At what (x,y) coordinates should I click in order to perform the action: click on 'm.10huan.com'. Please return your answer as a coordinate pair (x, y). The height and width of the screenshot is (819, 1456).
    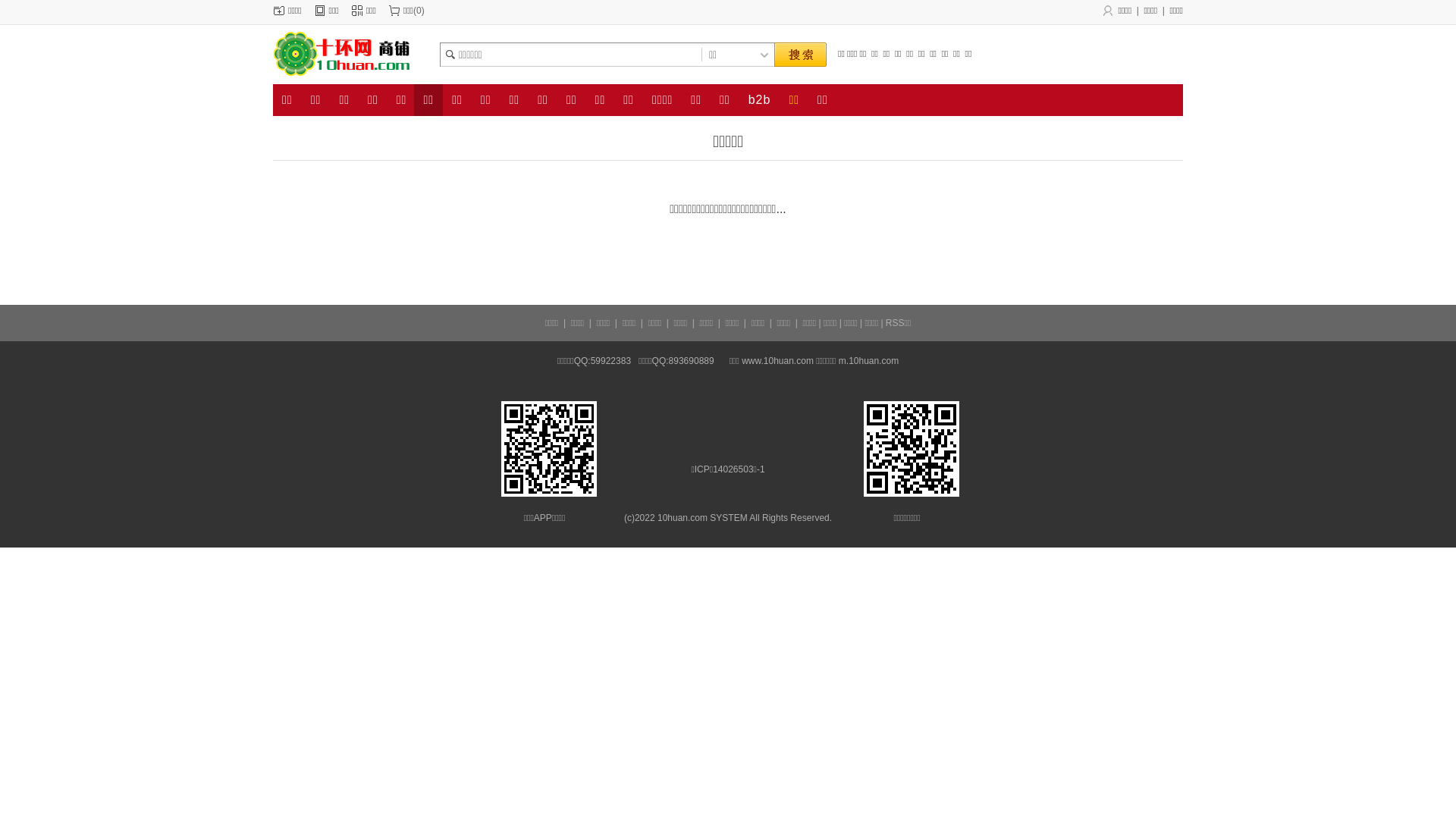
    Looking at the image, I should click on (837, 360).